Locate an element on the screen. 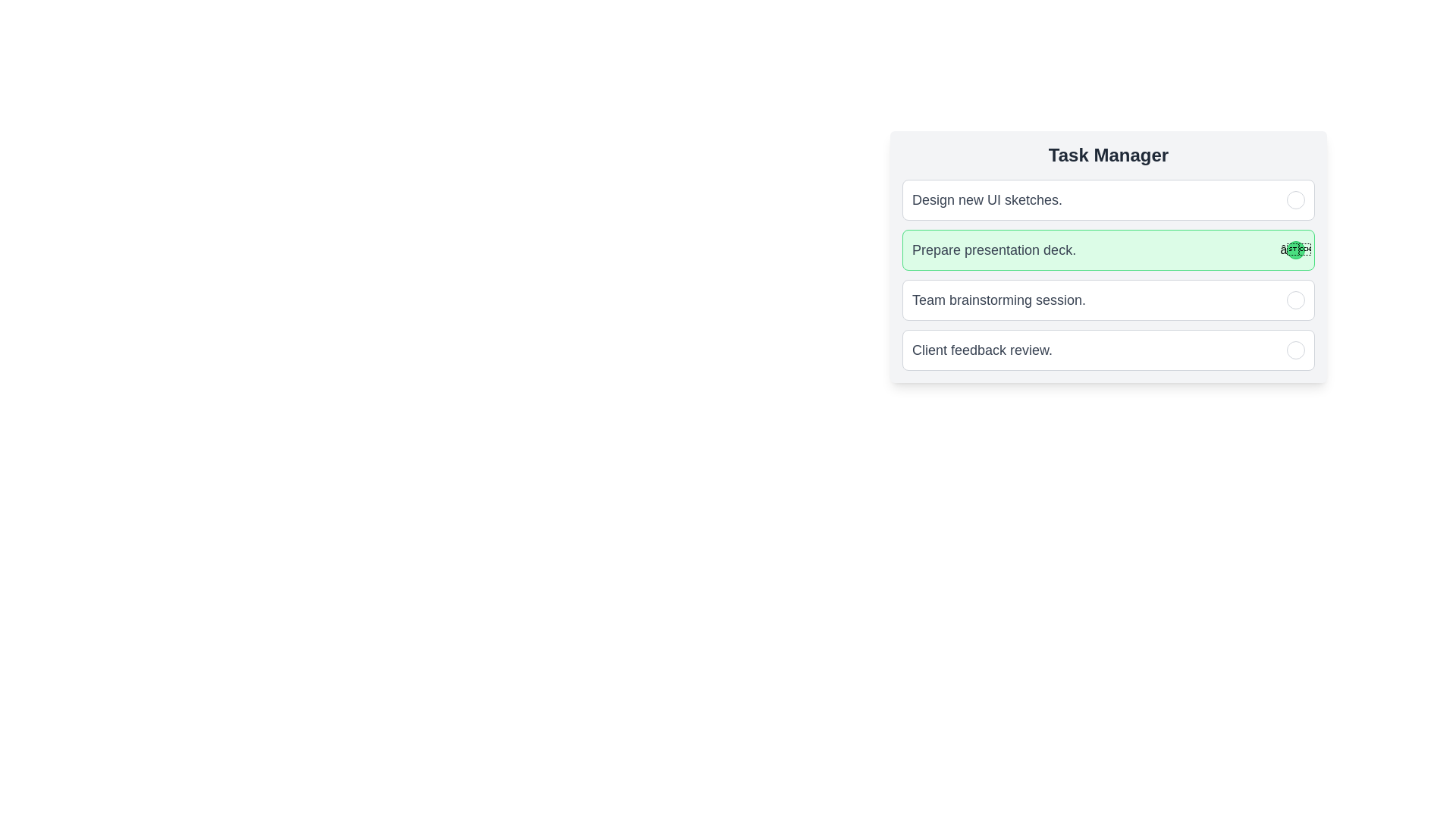 Image resolution: width=1456 pixels, height=819 pixels. text from the 'Prepare presentation deck' label, which is the second item in the Task Manager widget, displayed against a green background is located at coordinates (993, 249).